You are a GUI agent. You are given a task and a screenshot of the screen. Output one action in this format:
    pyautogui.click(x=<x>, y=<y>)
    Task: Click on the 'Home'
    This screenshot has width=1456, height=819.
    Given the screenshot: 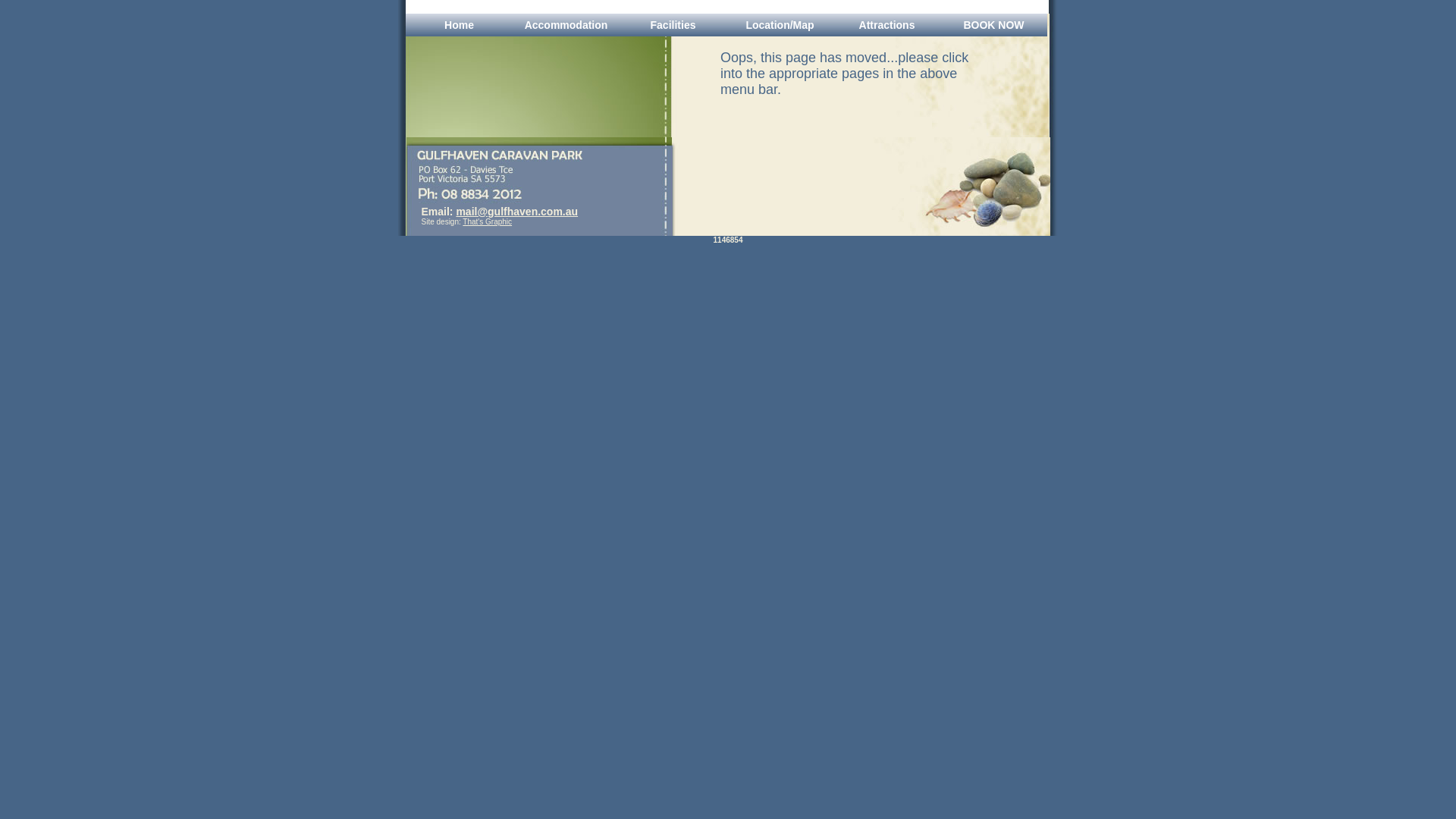 What is the action you would take?
    pyautogui.click(x=458, y=25)
    